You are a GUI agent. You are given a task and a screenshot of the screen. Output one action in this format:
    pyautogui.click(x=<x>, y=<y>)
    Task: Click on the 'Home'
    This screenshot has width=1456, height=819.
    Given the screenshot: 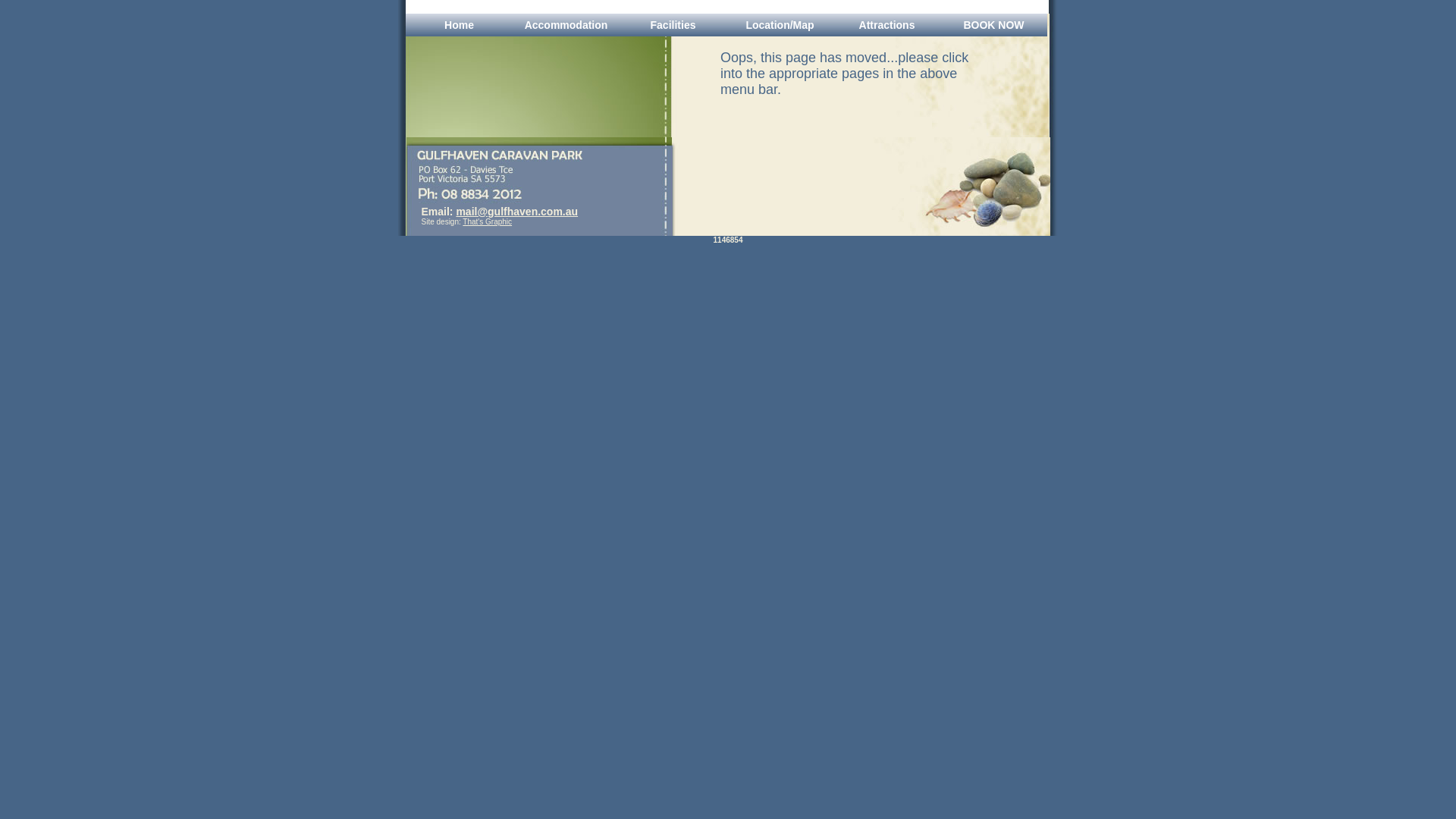 What is the action you would take?
    pyautogui.click(x=458, y=25)
    